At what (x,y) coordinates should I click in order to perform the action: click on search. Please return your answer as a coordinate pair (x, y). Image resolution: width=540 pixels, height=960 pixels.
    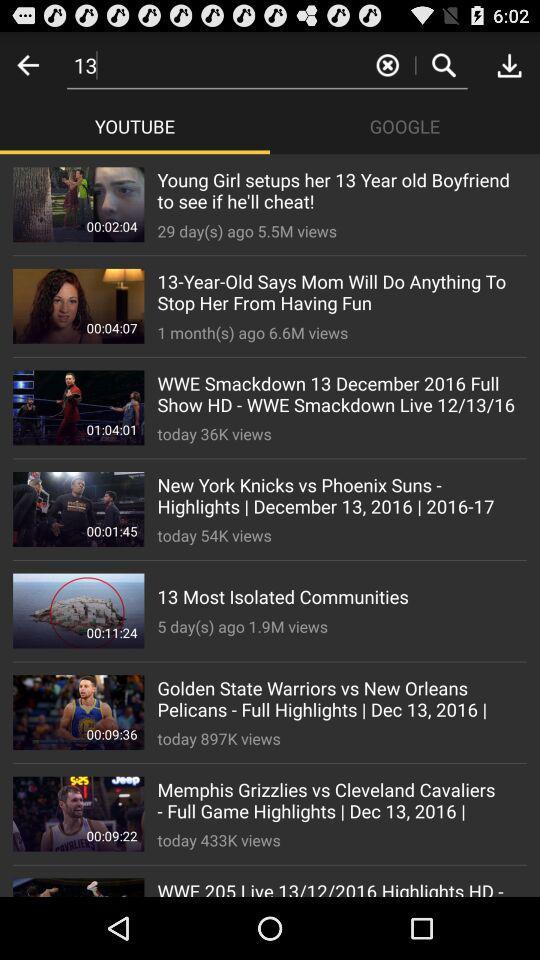
    Looking at the image, I should click on (443, 64).